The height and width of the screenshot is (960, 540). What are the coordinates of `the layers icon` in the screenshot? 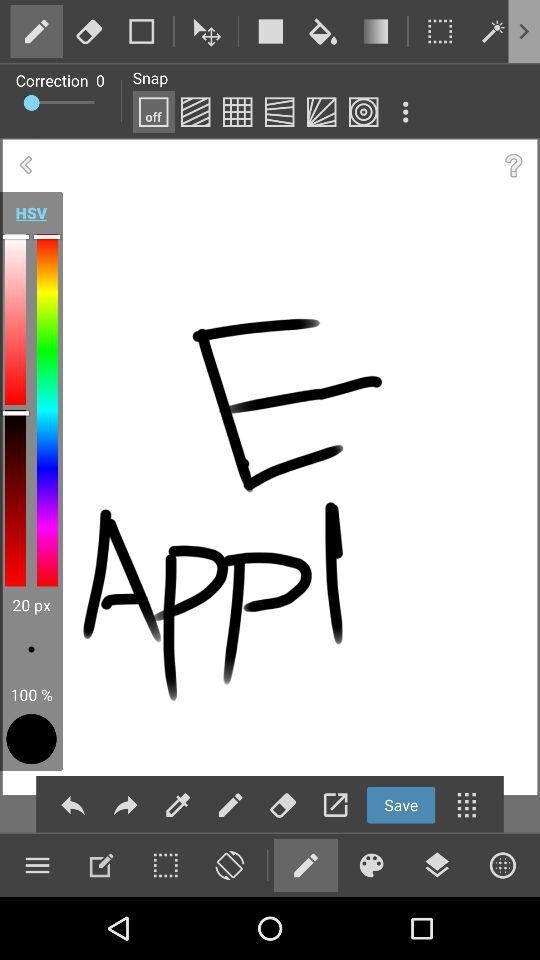 It's located at (436, 864).